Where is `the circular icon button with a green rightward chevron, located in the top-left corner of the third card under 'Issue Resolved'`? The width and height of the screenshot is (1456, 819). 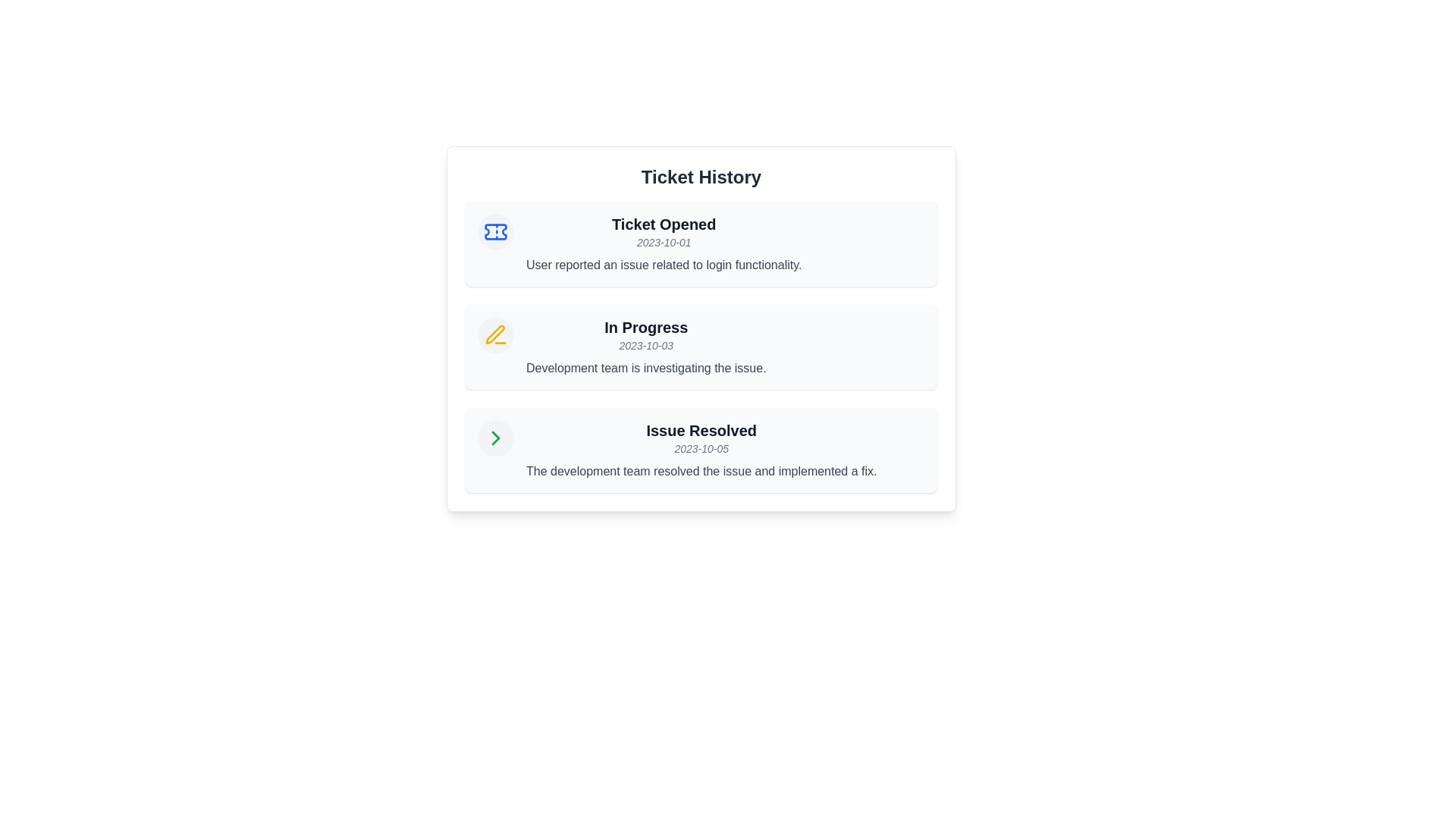 the circular icon button with a green rightward chevron, located in the top-left corner of the third card under 'Issue Resolved' is located at coordinates (495, 438).